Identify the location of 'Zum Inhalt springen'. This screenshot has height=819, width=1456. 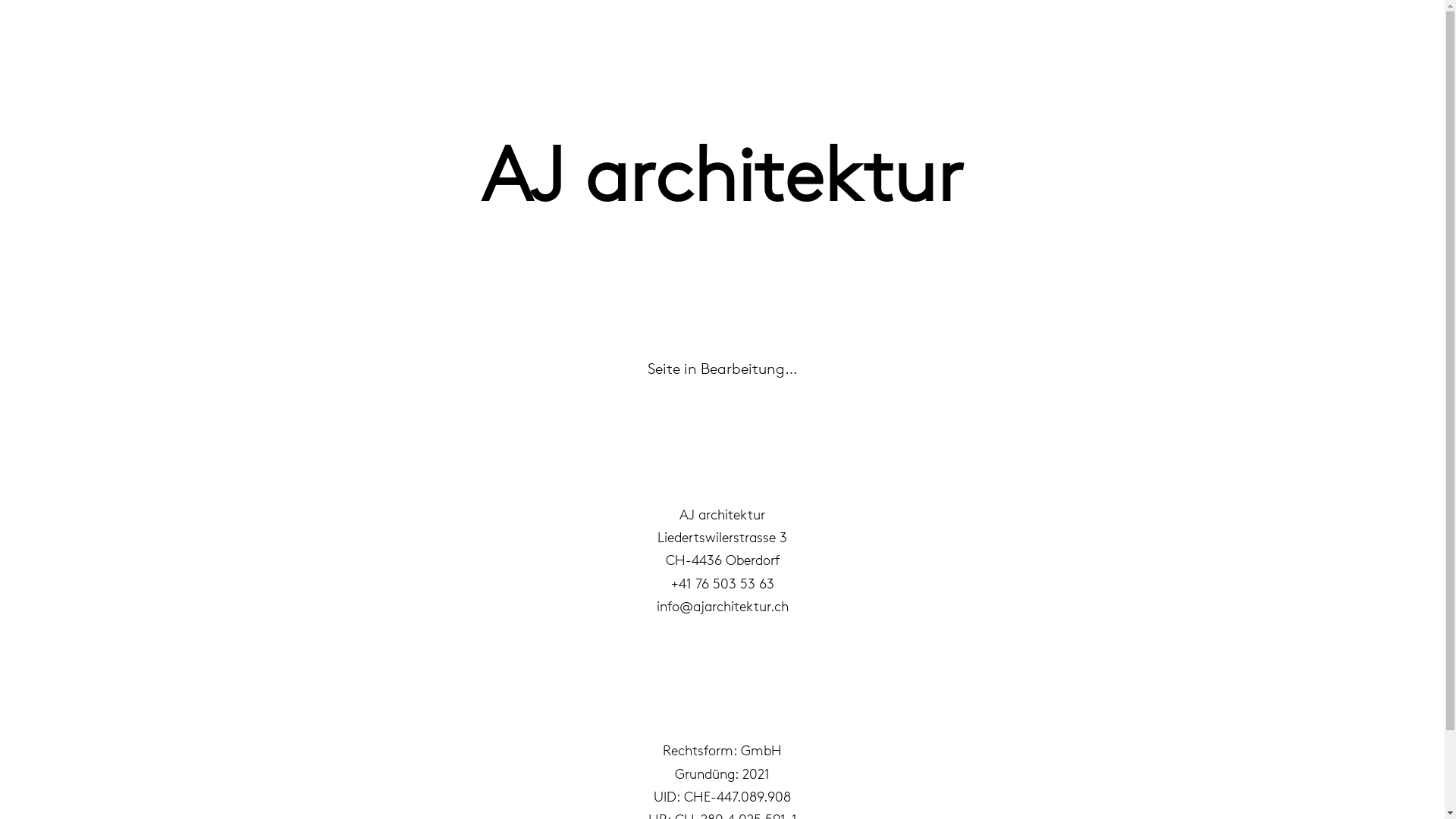
(14, 32).